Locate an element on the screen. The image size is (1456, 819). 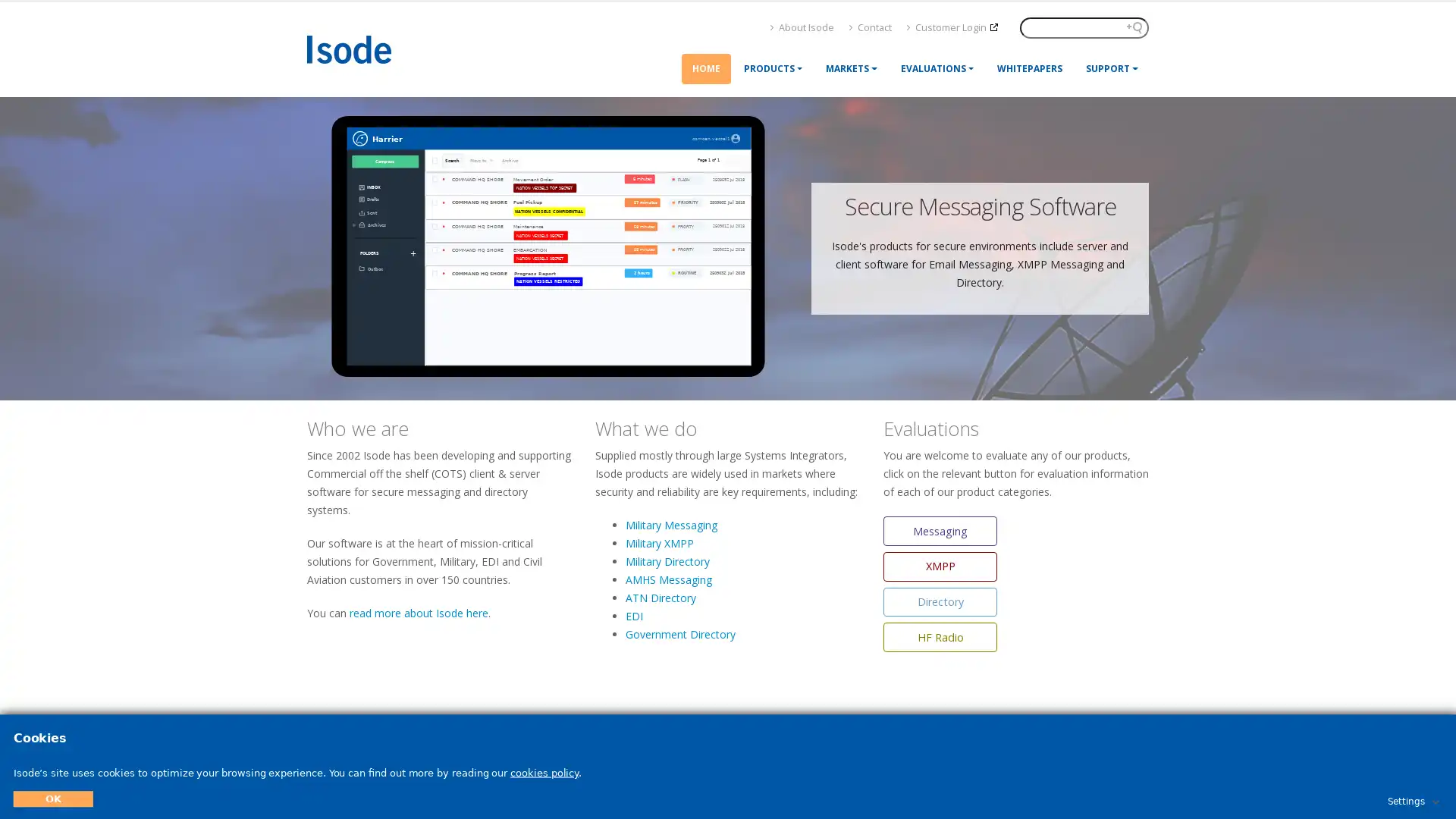
XMPP is located at coordinates (939, 566).